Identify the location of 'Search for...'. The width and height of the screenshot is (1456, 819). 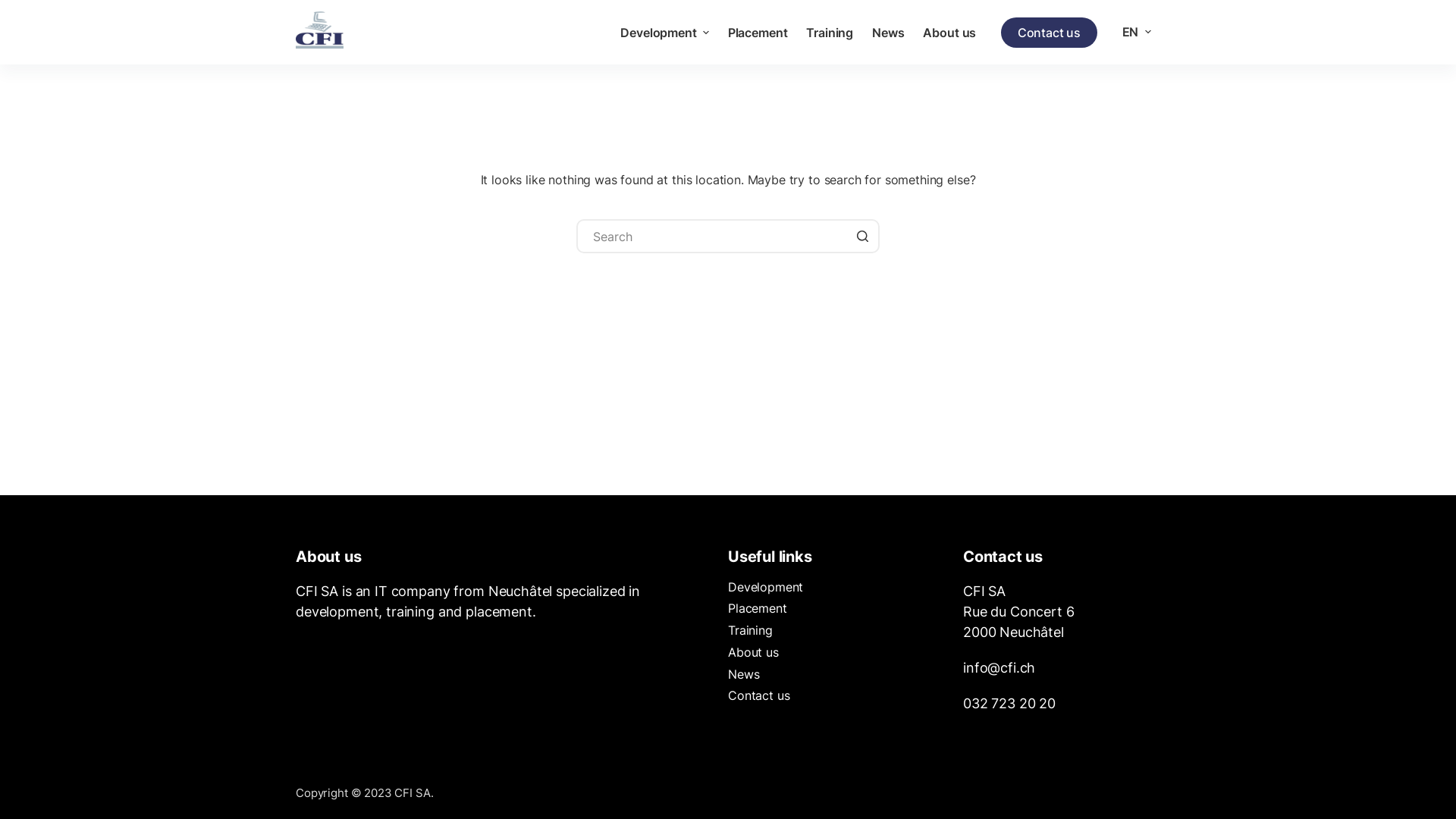
(728, 236).